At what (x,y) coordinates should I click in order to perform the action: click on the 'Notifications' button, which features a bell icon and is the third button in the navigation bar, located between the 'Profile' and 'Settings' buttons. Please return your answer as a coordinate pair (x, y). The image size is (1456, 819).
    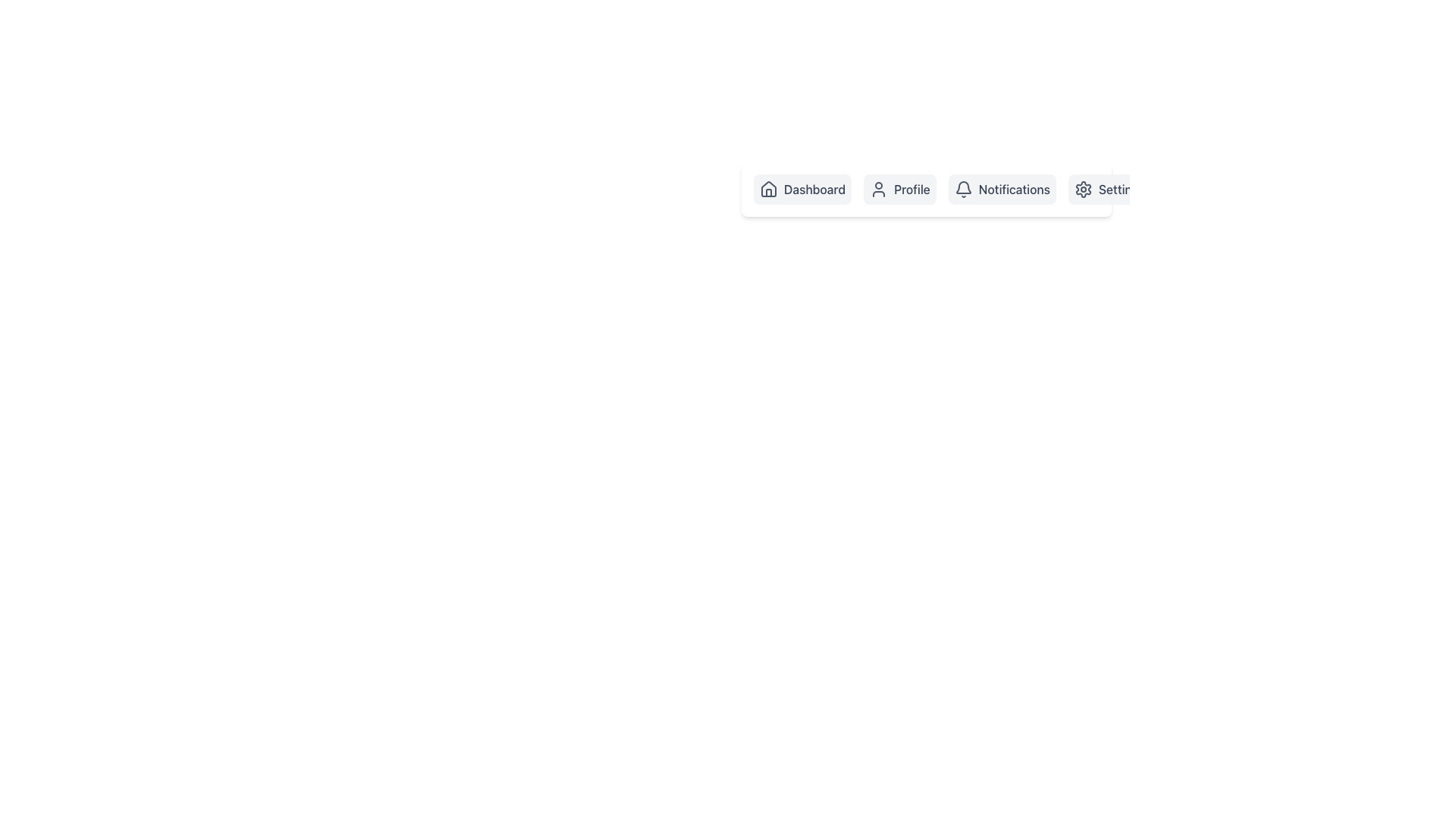
    Looking at the image, I should click on (1002, 189).